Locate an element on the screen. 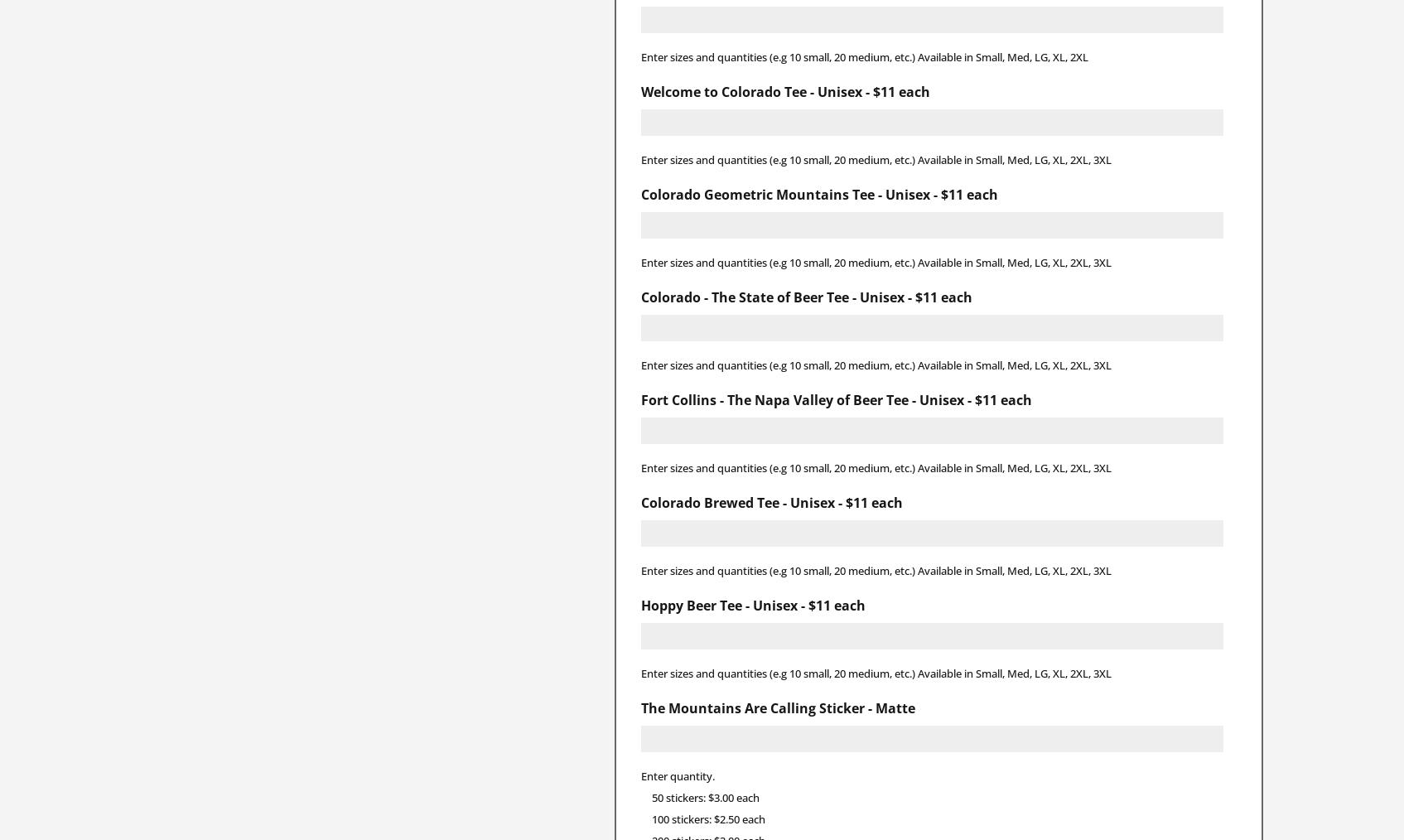  'Colorado Geometric Mountains Tee - Unisex - $11 each' is located at coordinates (818, 193).